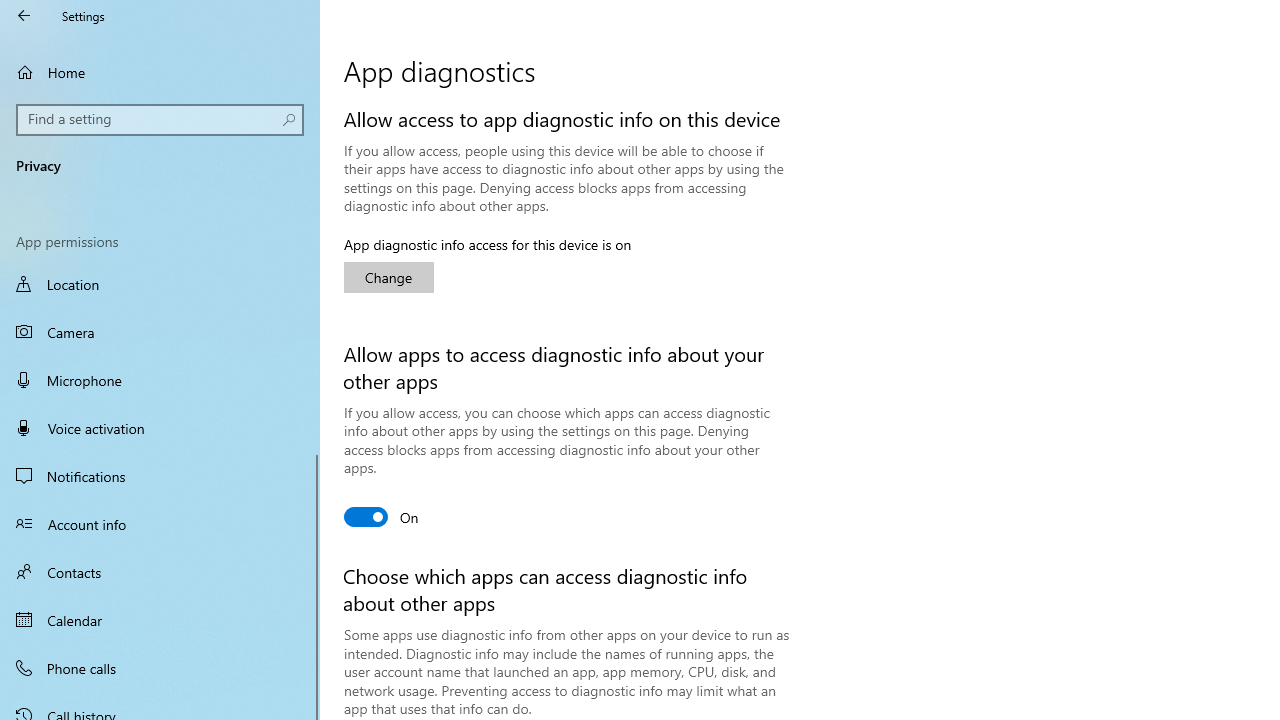  Describe the element at coordinates (160, 379) in the screenshot. I see `'Microphone'` at that location.